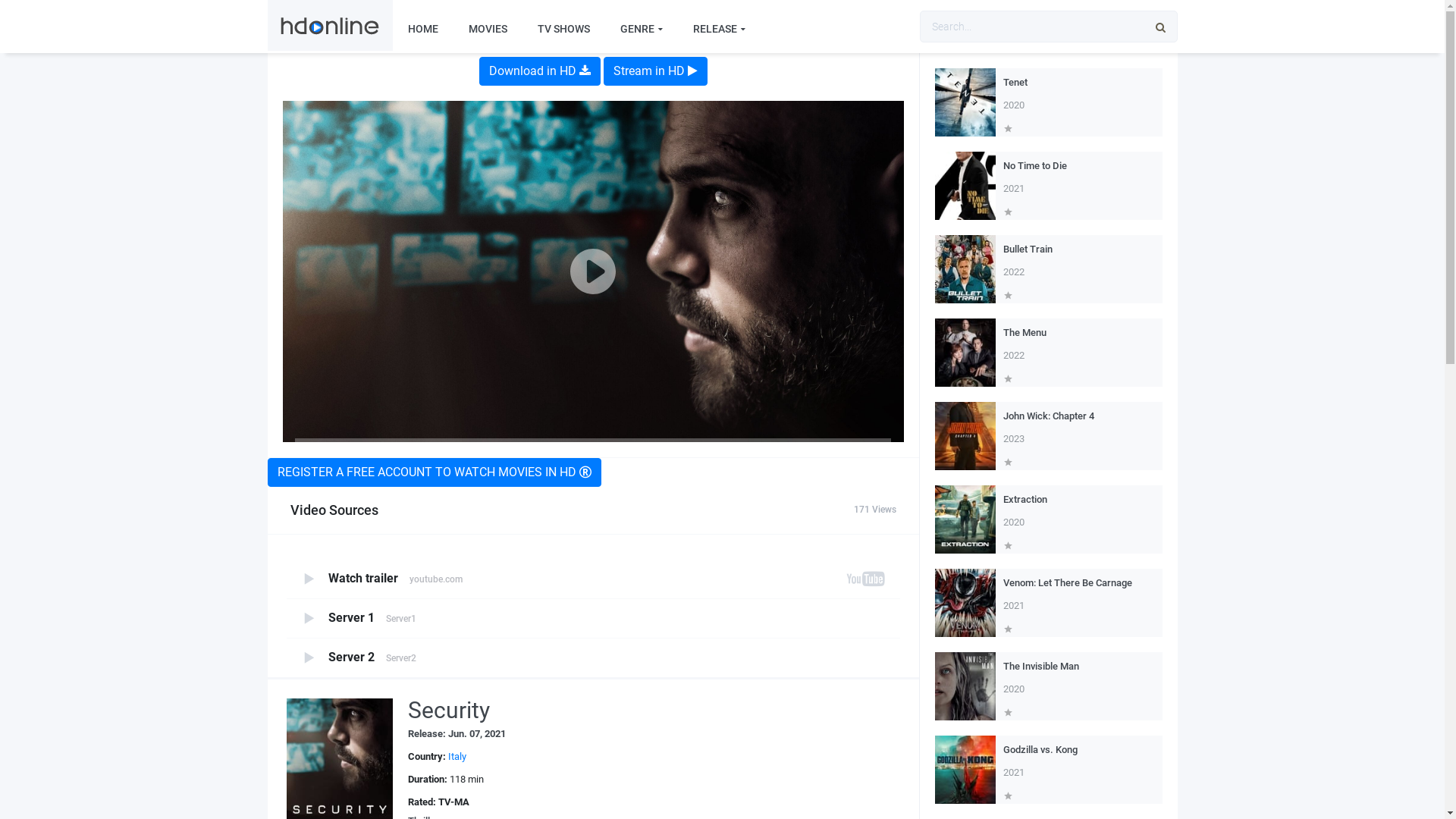  I want to click on 'RELEASE', so click(718, 29).